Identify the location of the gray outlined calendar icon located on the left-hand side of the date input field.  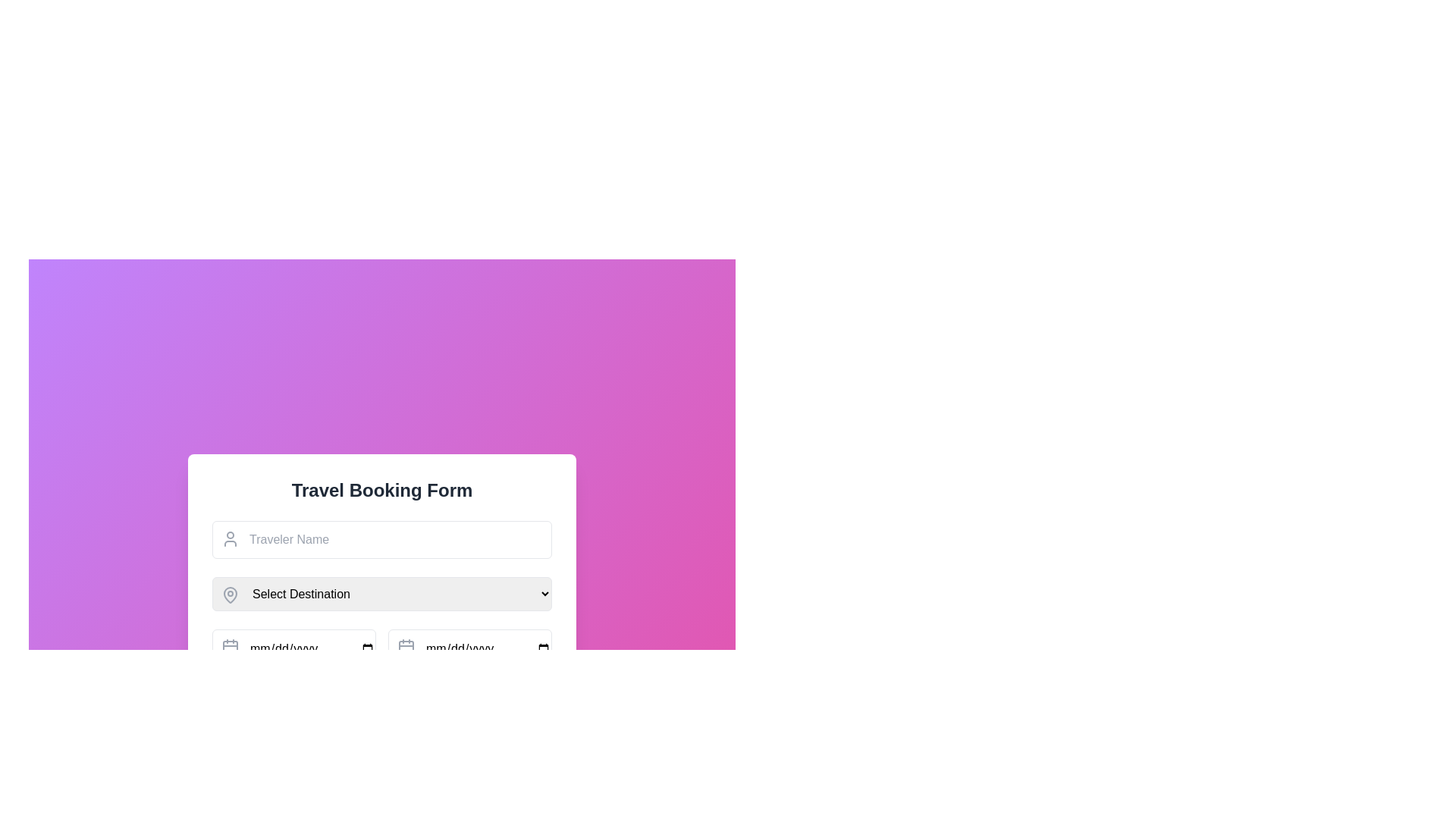
(229, 647).